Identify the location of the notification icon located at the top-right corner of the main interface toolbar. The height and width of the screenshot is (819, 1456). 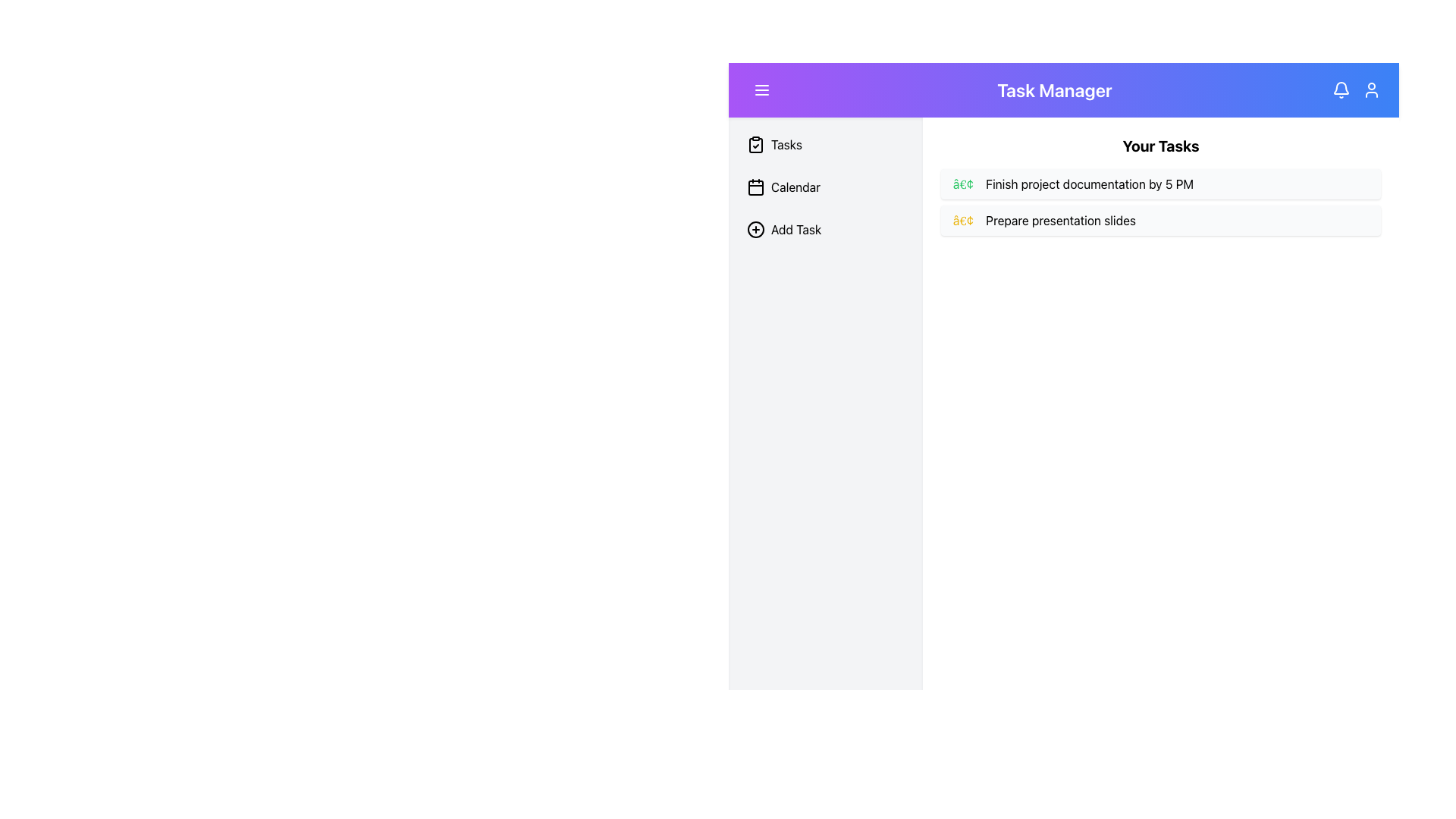
(1341, 88).